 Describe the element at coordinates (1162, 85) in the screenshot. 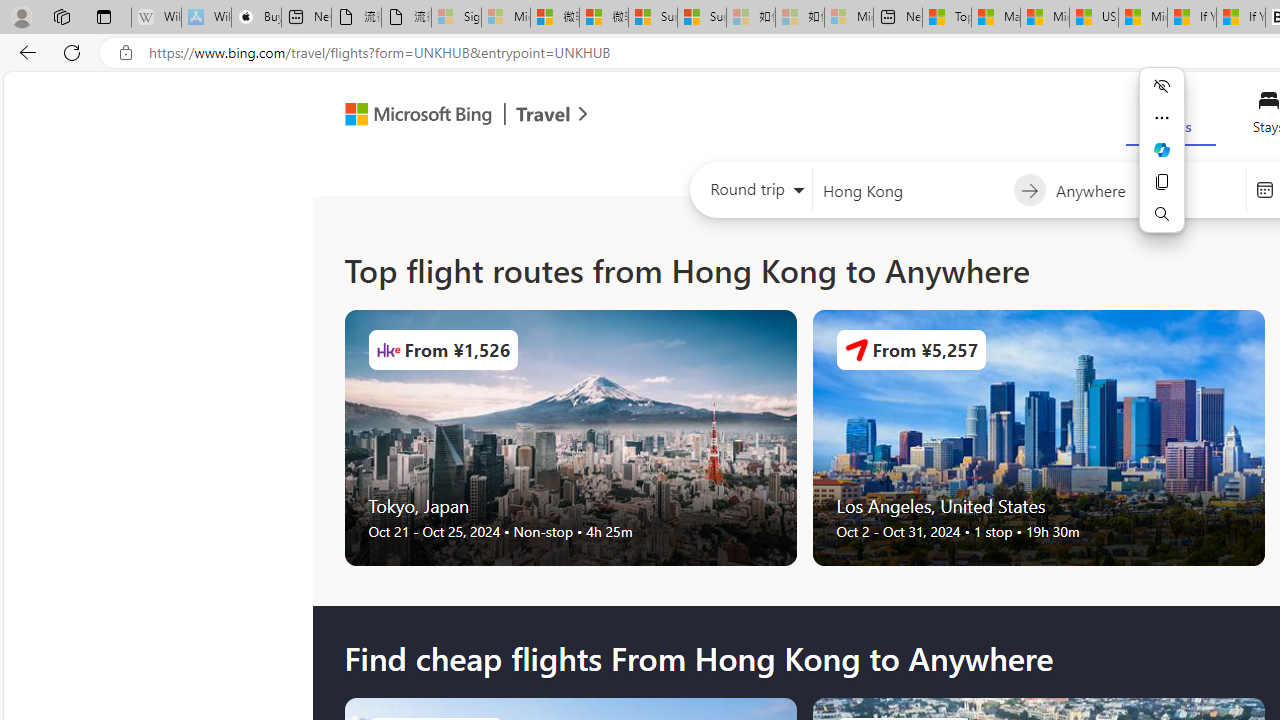

I see `'Hide menu'` at that location.